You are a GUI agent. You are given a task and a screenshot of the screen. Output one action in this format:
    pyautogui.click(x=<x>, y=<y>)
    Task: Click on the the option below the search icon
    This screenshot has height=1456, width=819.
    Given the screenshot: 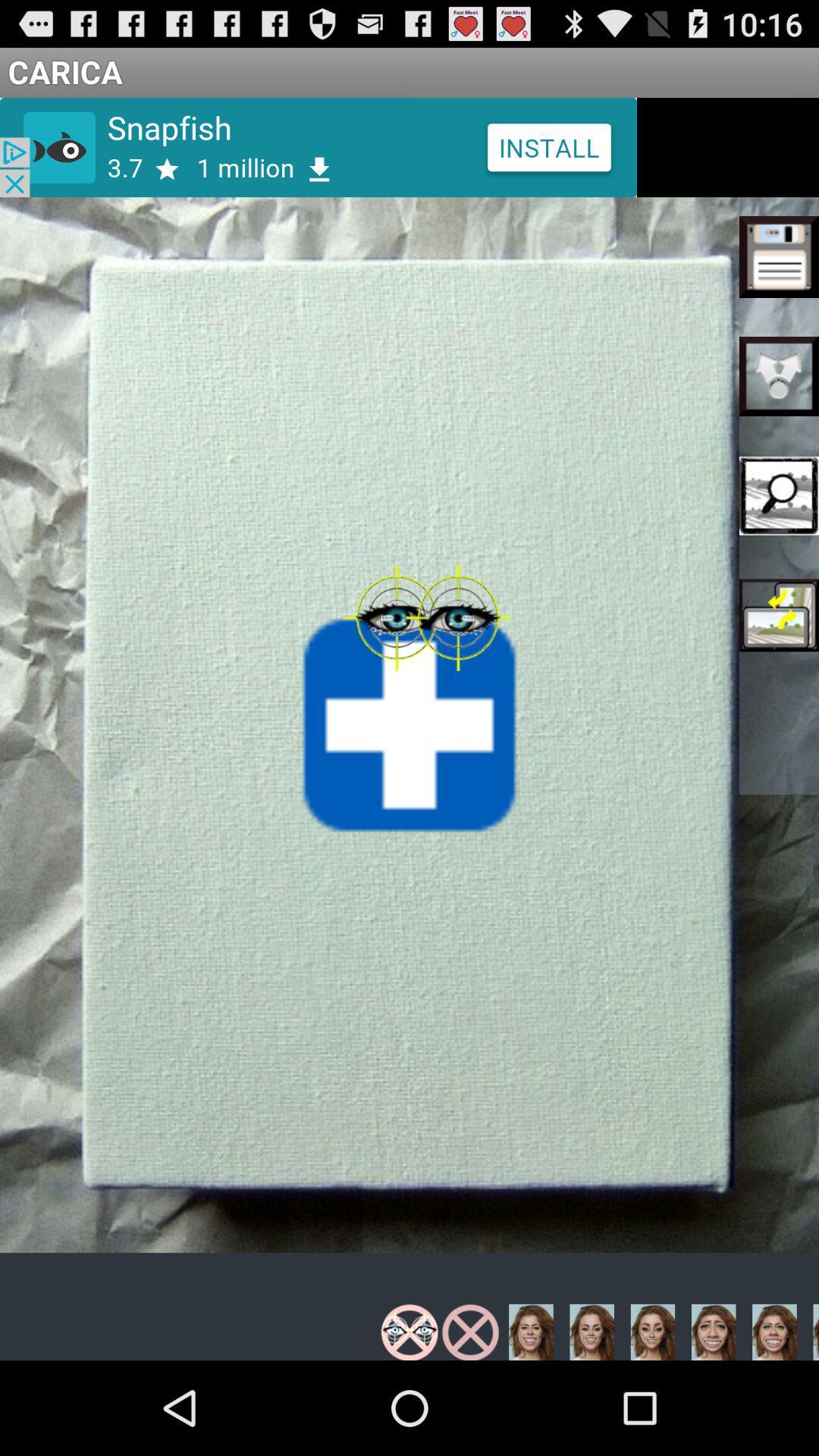 What is the action you would take?
    pyautogui.click(x=779, y=615)
    